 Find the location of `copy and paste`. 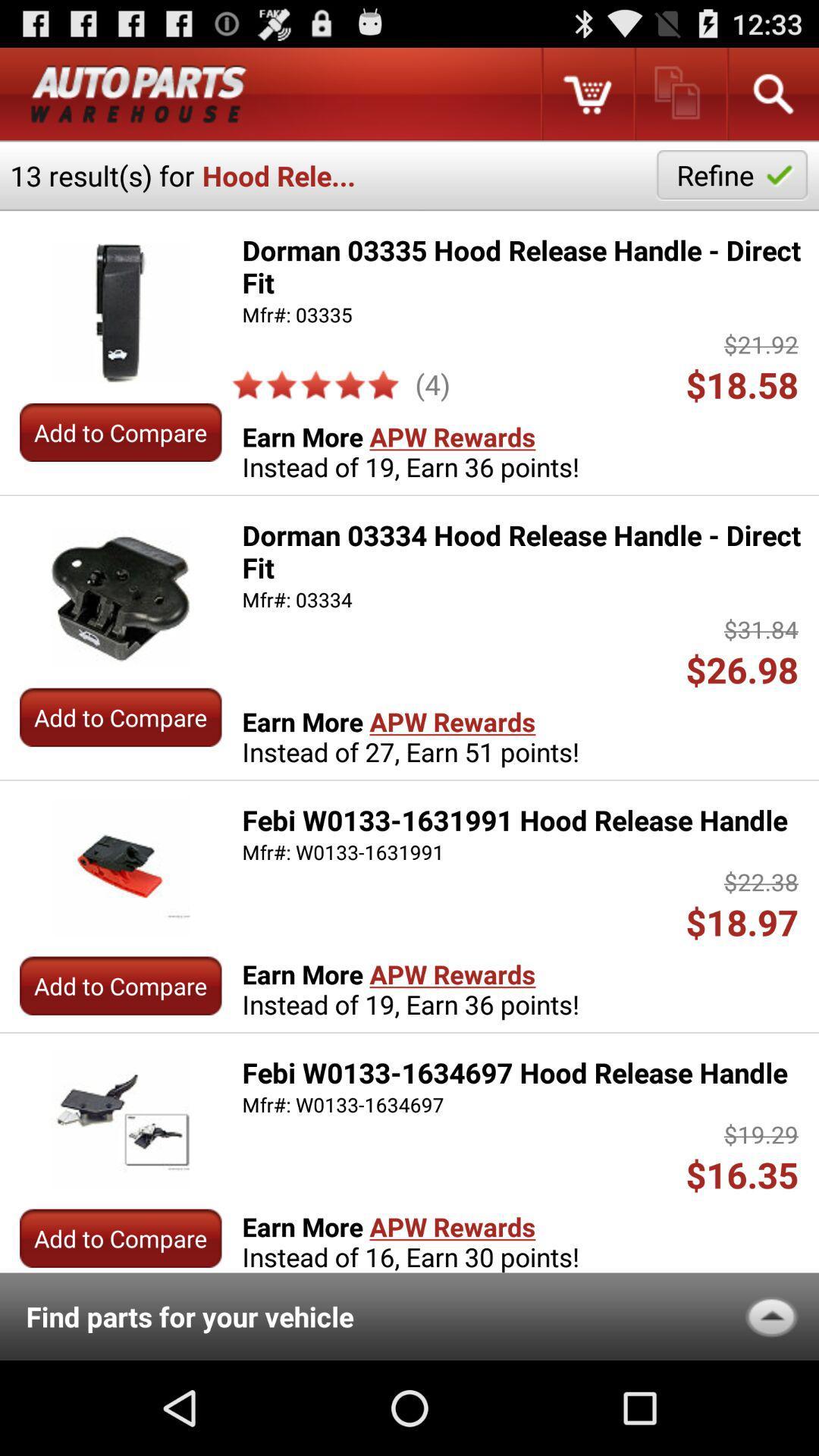

copy and paste is located at coordinates (679, 93).